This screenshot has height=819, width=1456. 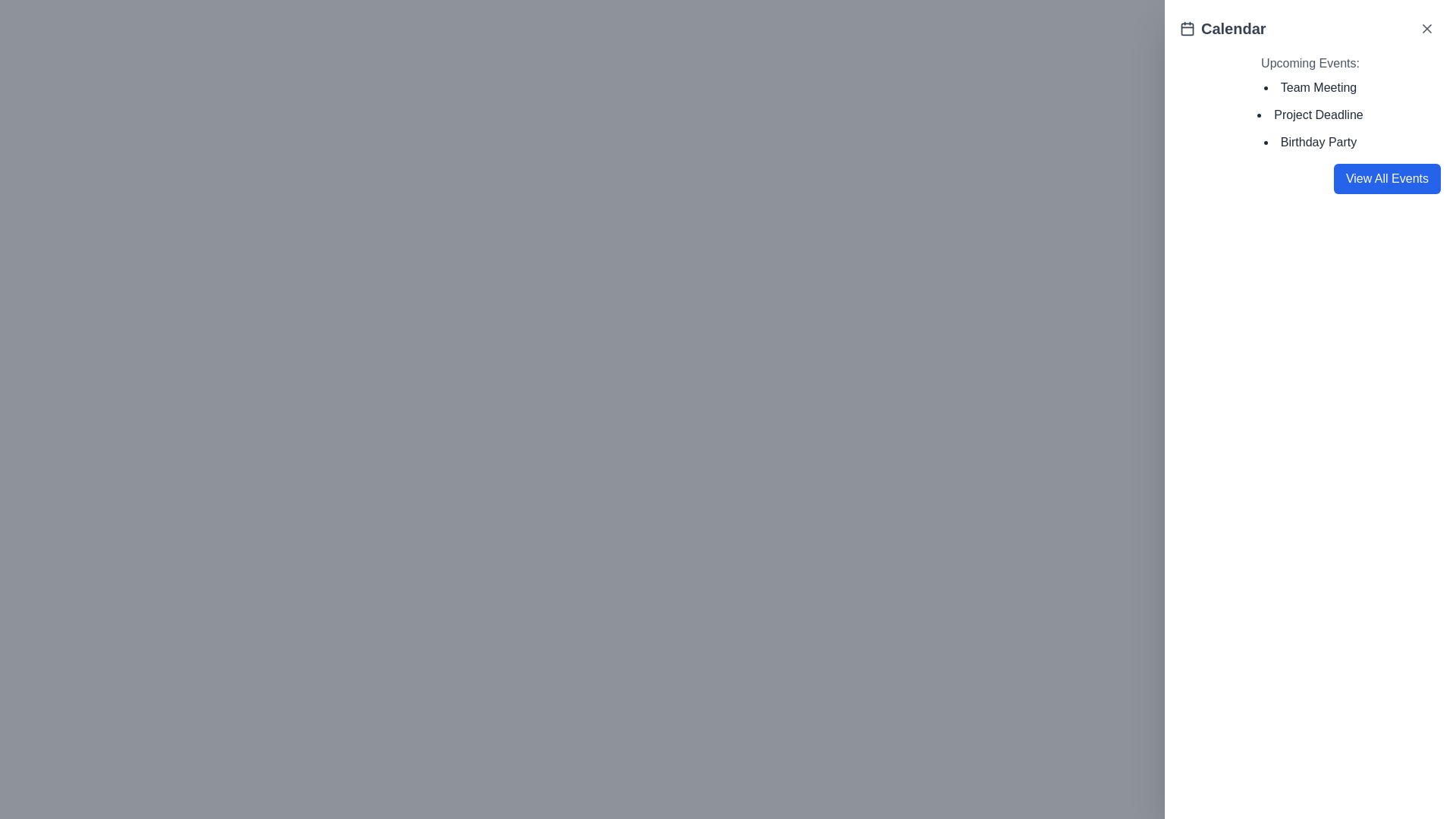 What do you see at coordinates (1310, 63) in the screenshot?
I see `heading 'Upcoming Events:' displayed in bold at the top of the event list section, located in the upper-right part of the interface` at bounding box center [1310, 63].